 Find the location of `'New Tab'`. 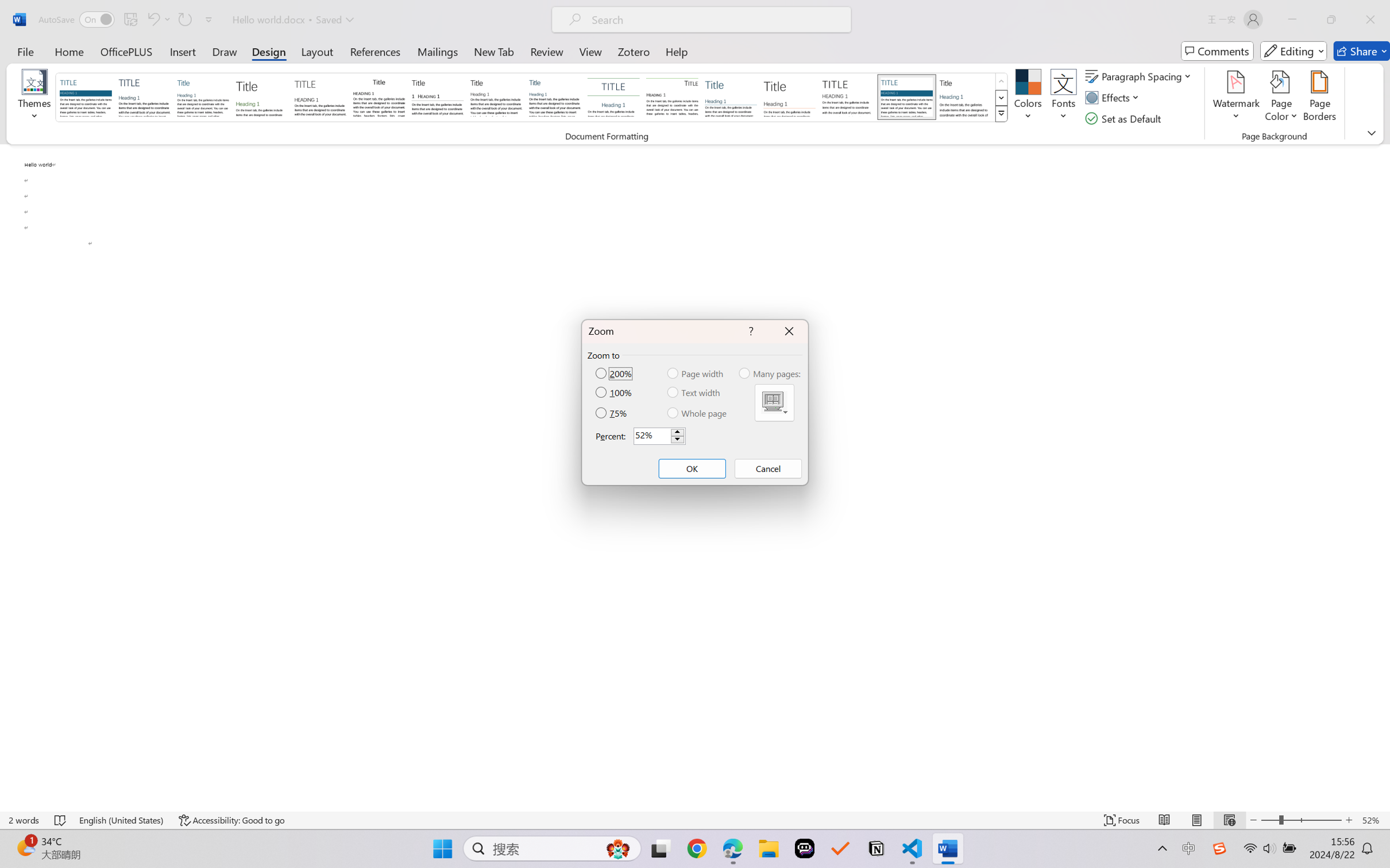

'New Tab' is located at coordinates (493, 51).